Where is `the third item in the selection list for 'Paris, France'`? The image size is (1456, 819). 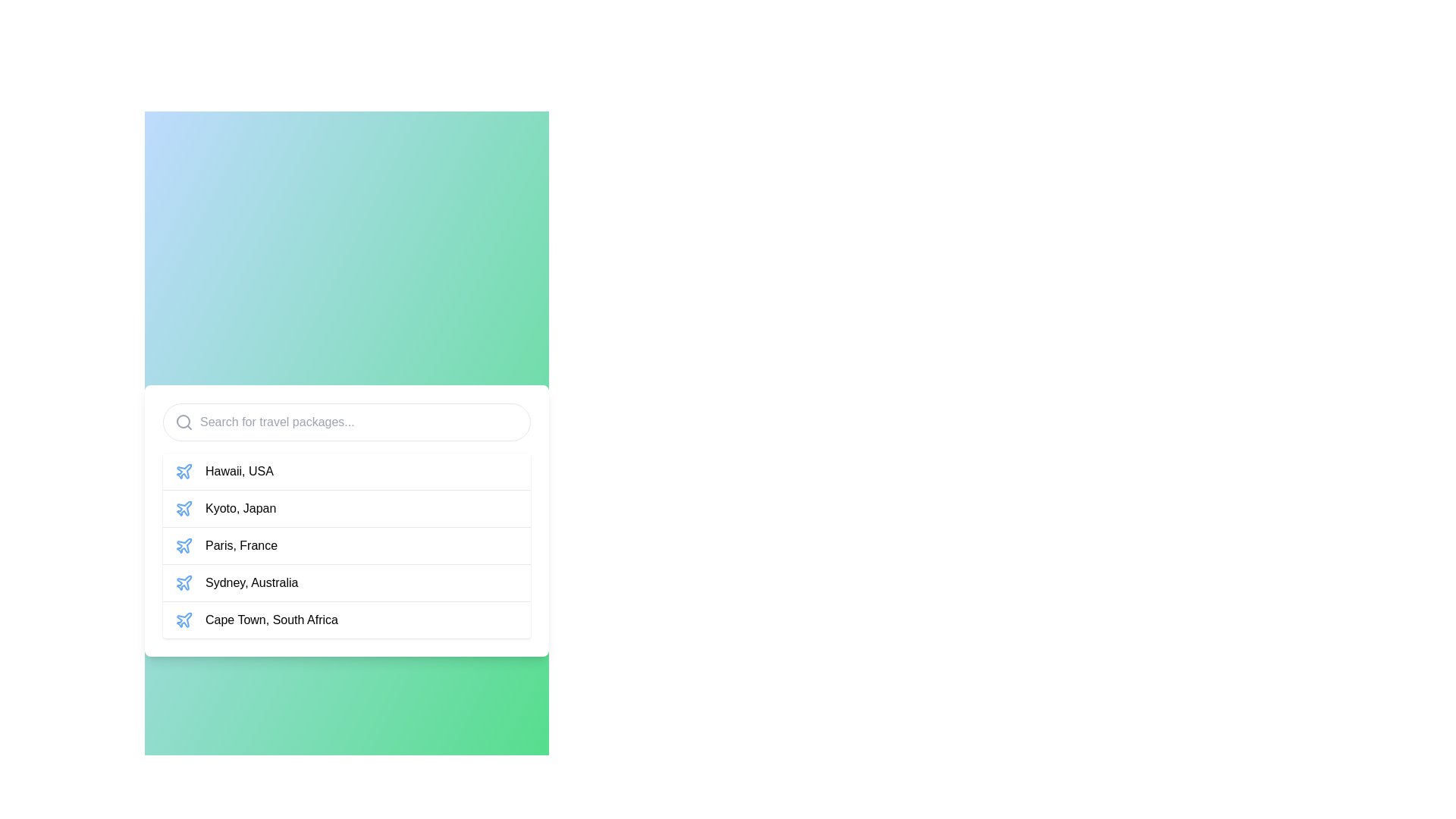
the third item in the selection list for 'Paris, France' is located at coordinates (346, 544).